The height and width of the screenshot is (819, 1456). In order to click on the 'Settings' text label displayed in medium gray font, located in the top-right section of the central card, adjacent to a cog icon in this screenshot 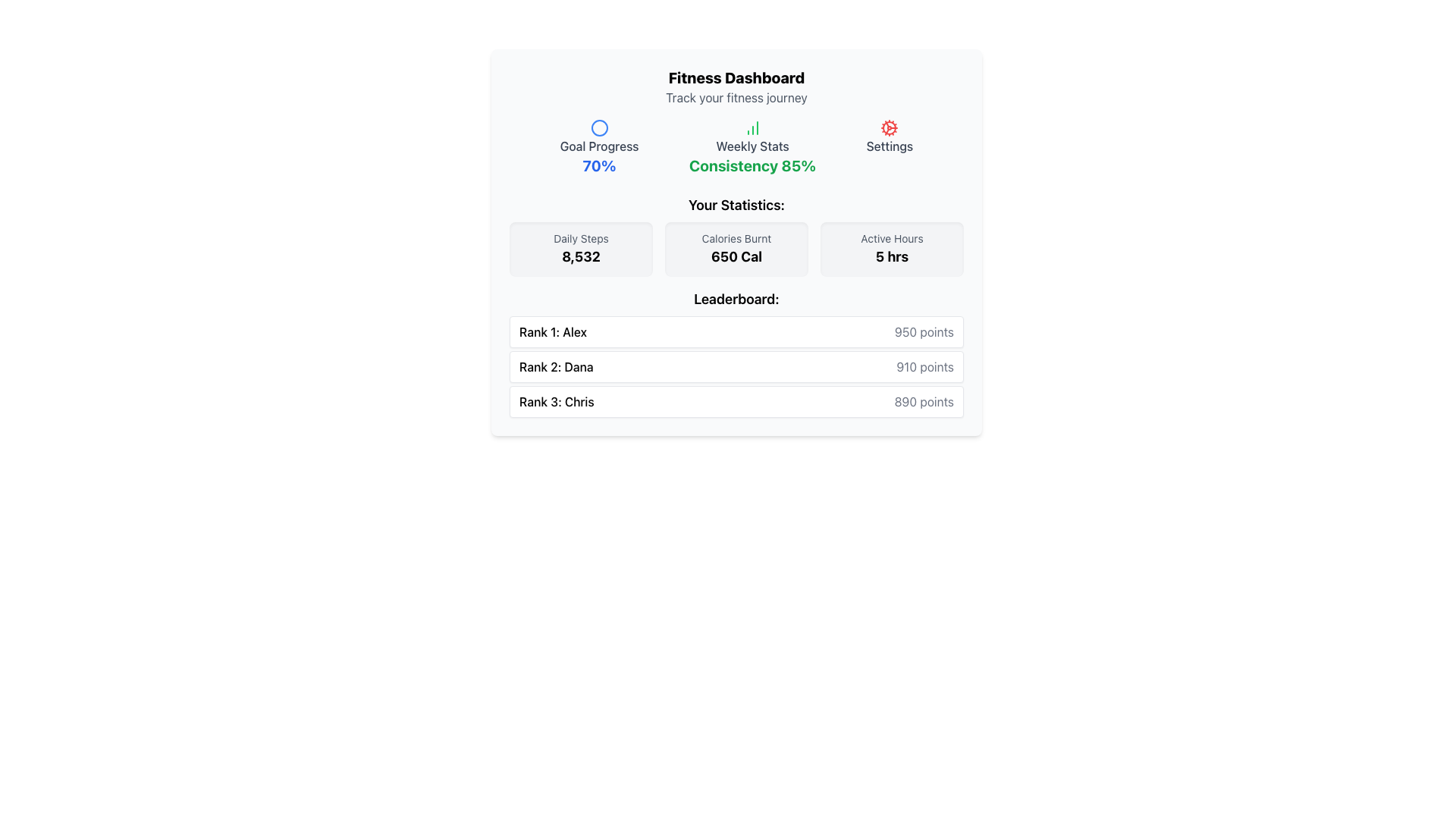, I will do `click(890, 146)`.